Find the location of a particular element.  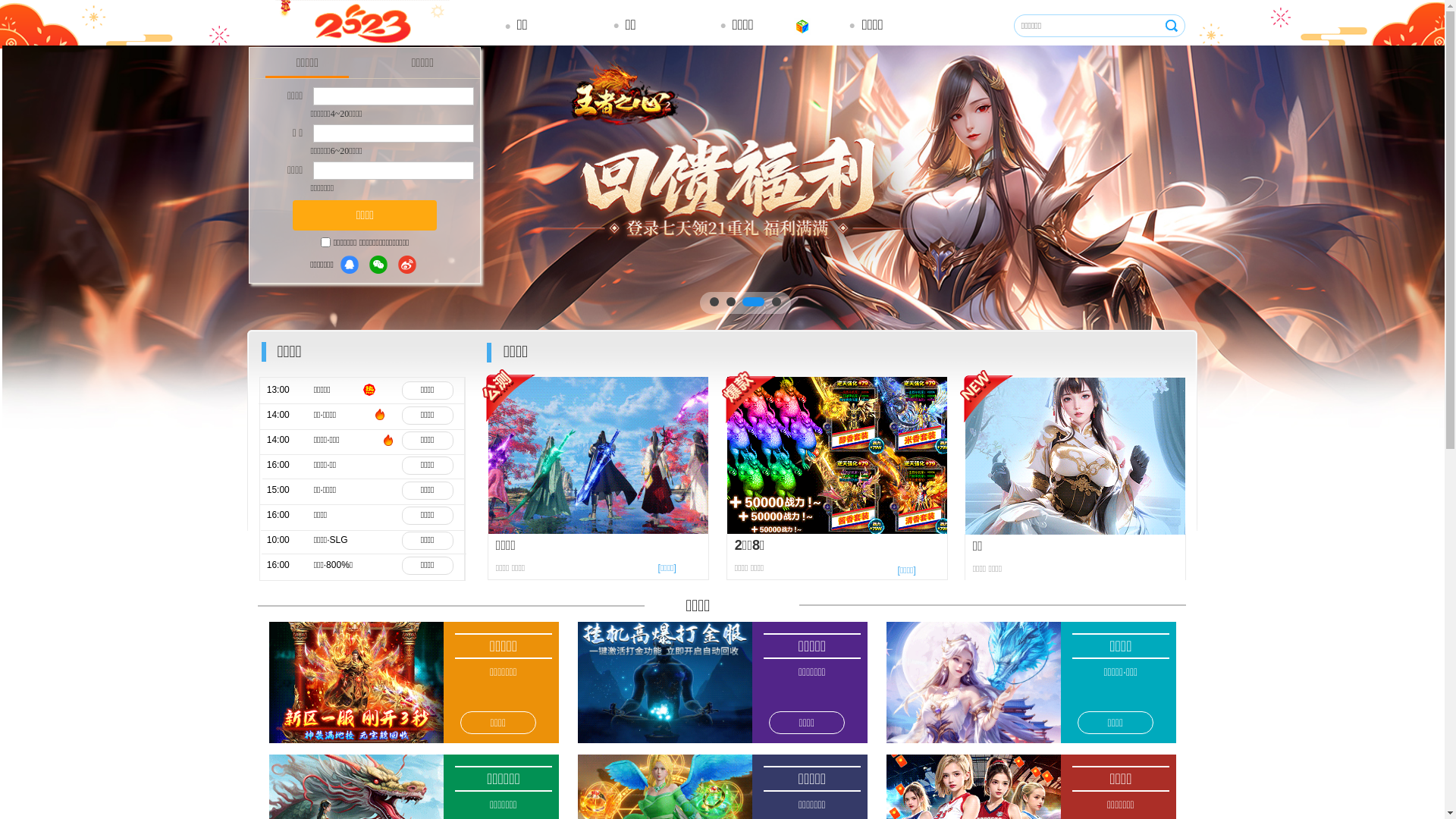

'16:00' is located at coordinates (288, 464).